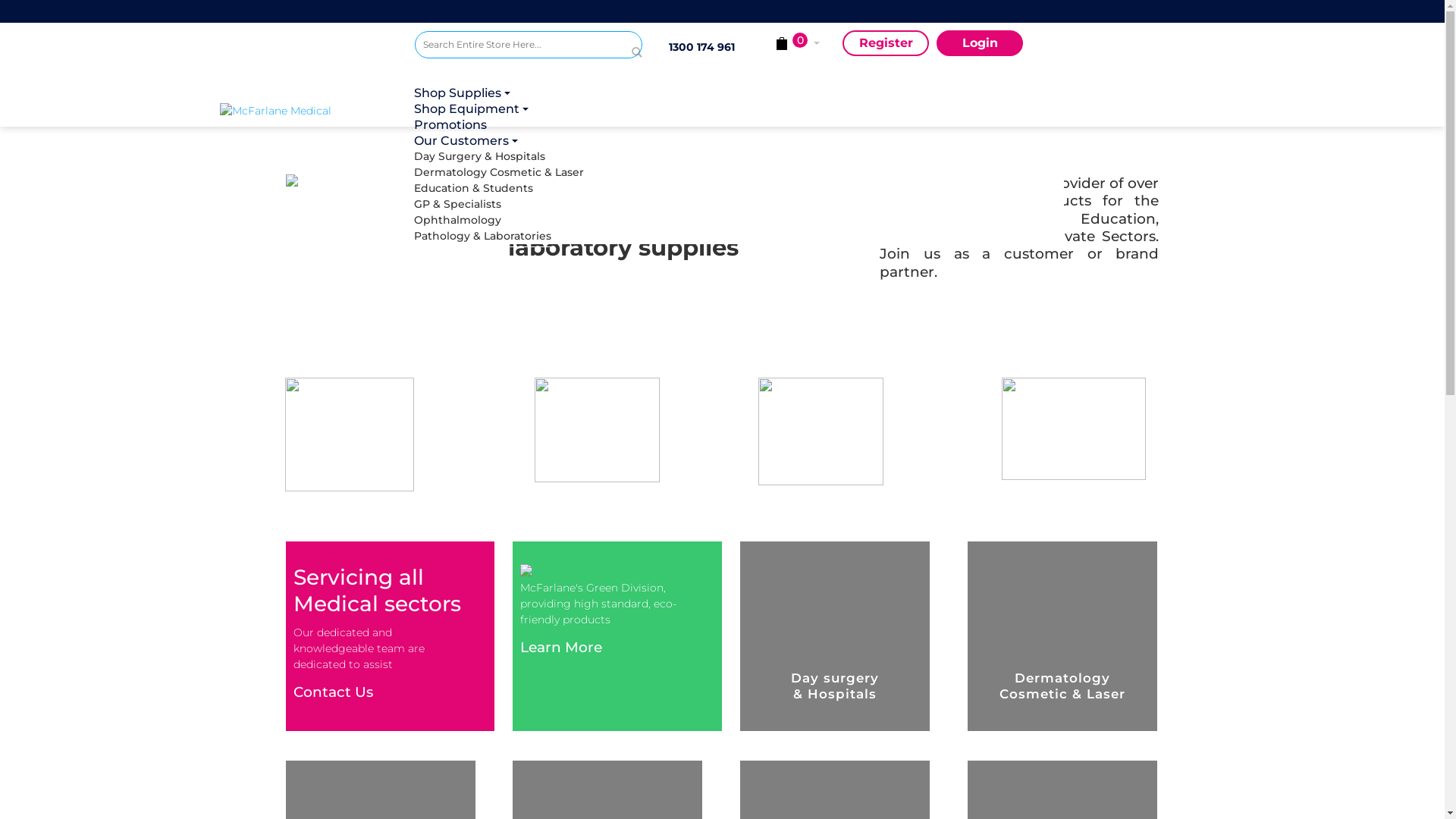  What do you see at coordinates (979, 42) in the screenshot?
I see `'Login'` at bounding box center [979, 42].